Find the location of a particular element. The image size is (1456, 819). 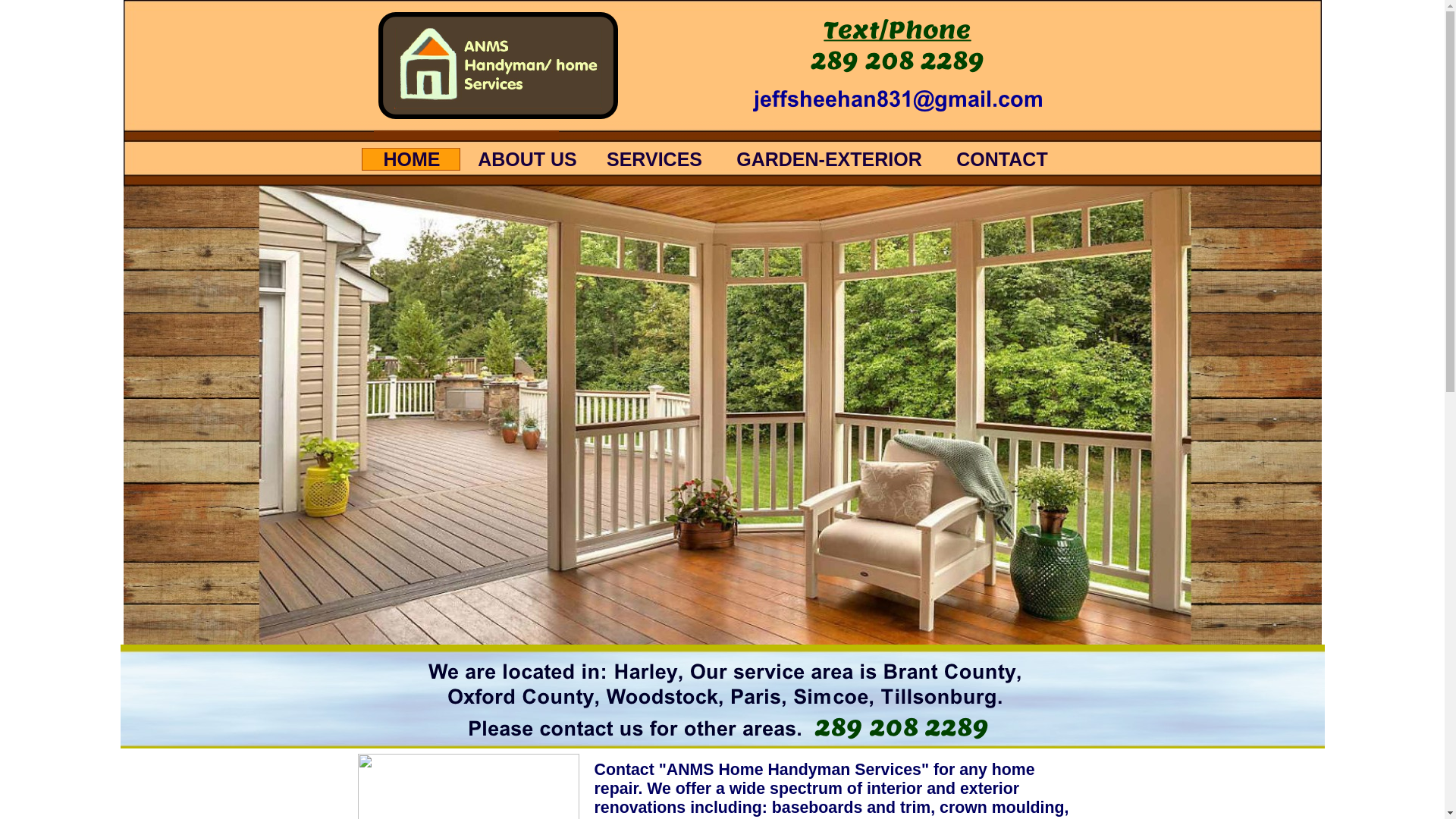

'SERVICES' is located at coordinates (654, 158).